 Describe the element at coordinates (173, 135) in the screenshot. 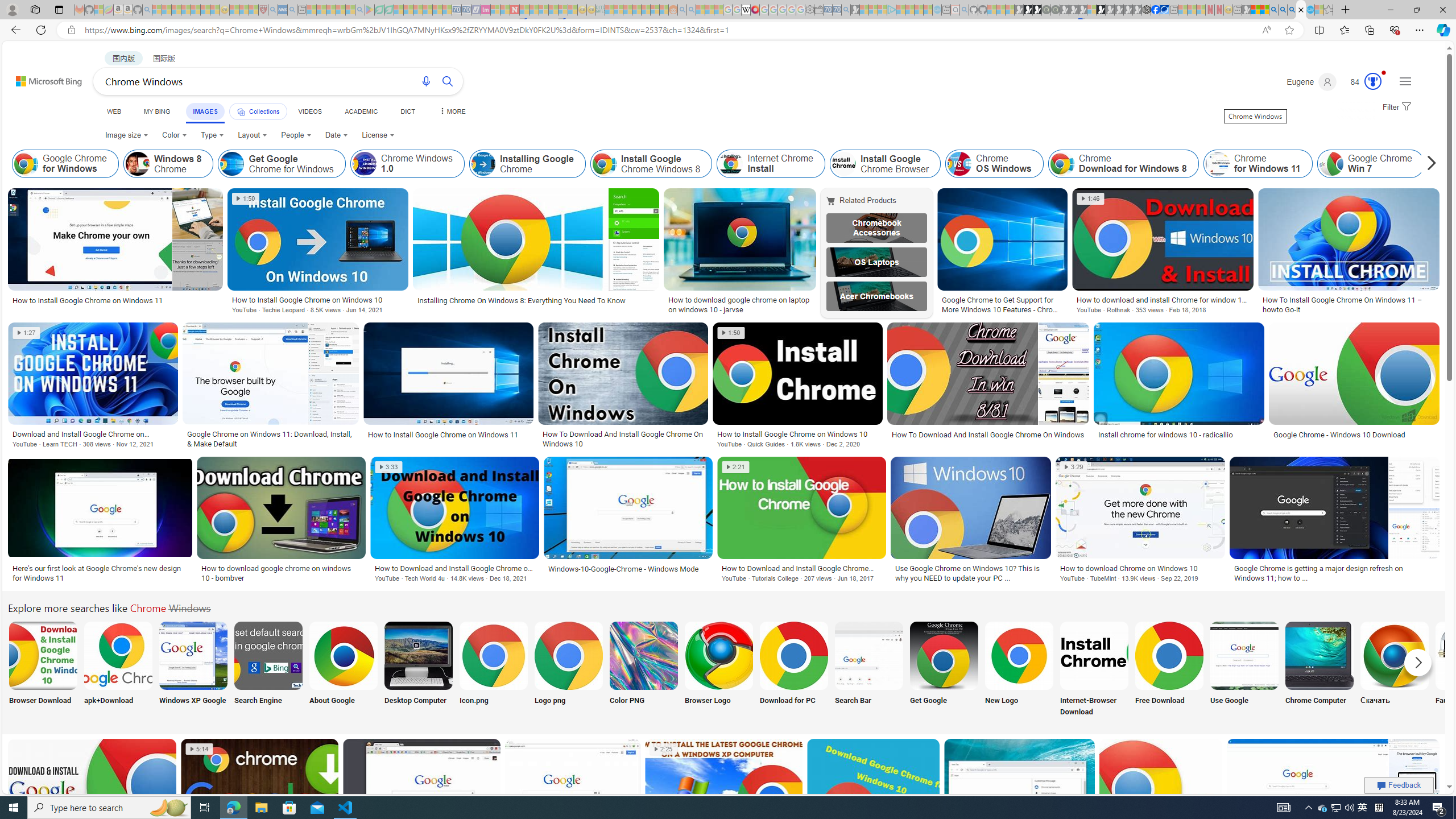

I see `'Color'` at that location.